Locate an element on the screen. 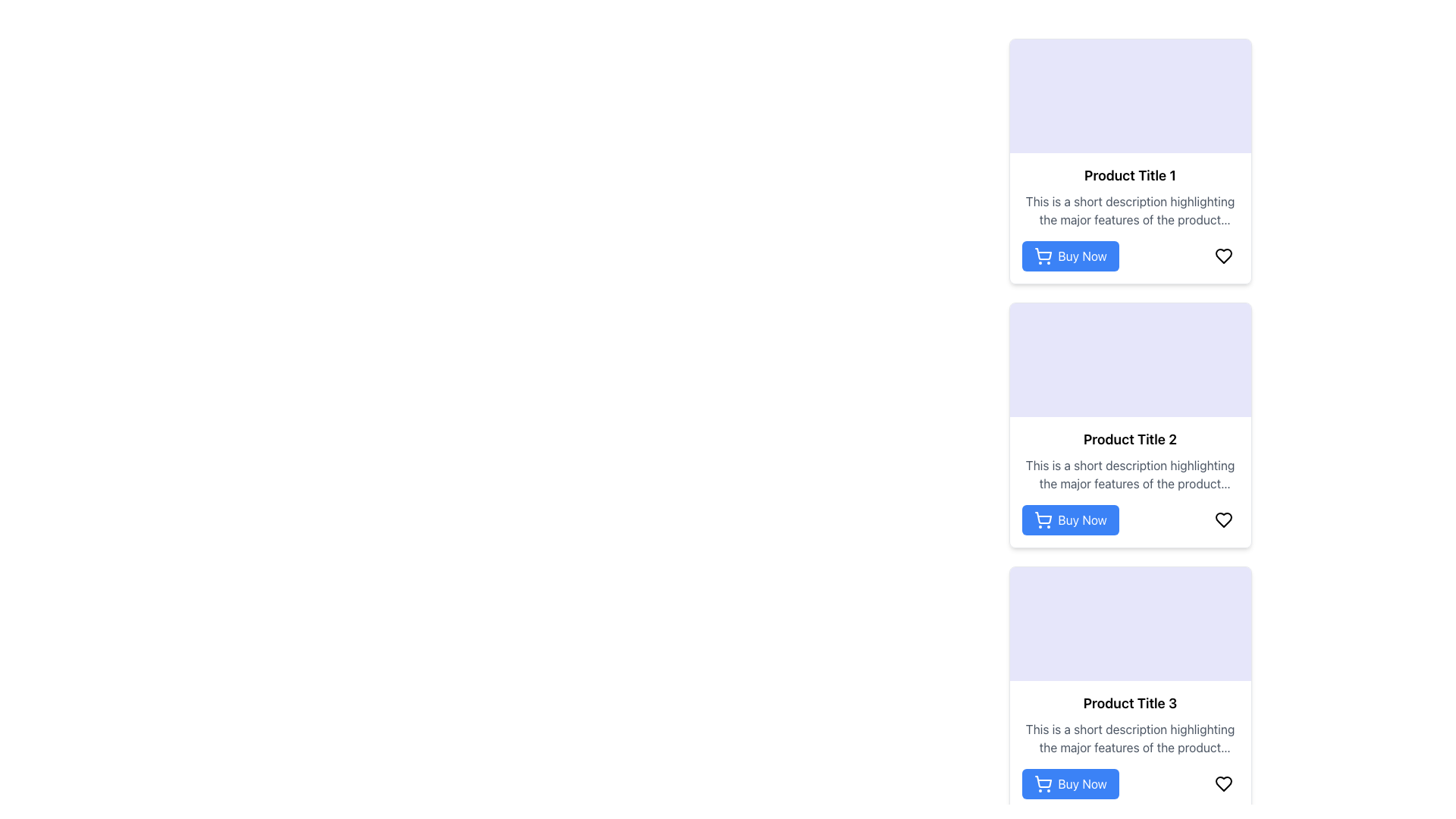 This screenshot has width=1456, height=819. static text that serves as the primary title of the product in the first product card located at the top section of the card list is located at coordinates (1130, 174).